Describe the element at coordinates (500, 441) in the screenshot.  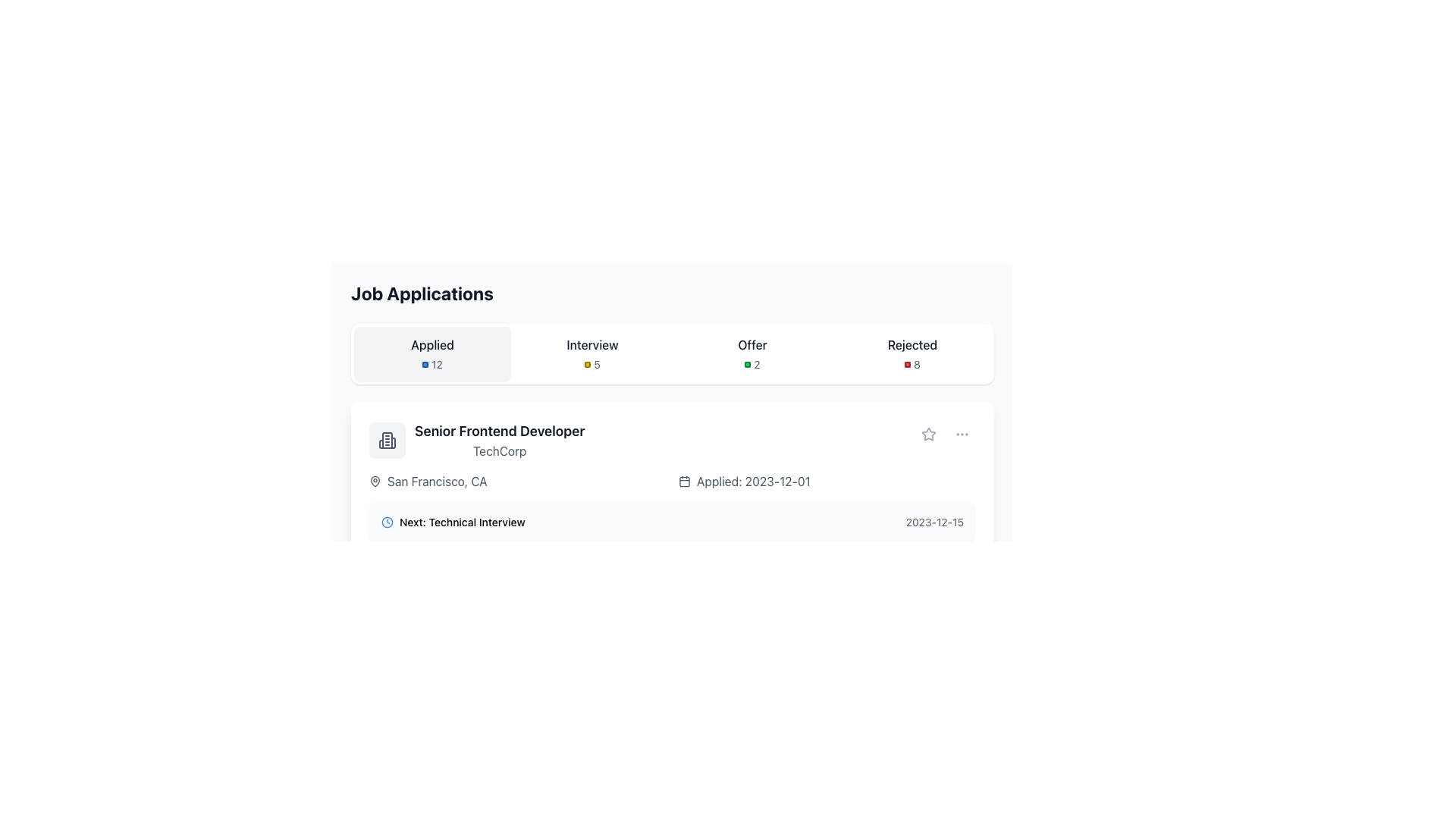
I see `the Text Display element that shows the job title and company name for a specific job application, located centrally in the list item` at that location.